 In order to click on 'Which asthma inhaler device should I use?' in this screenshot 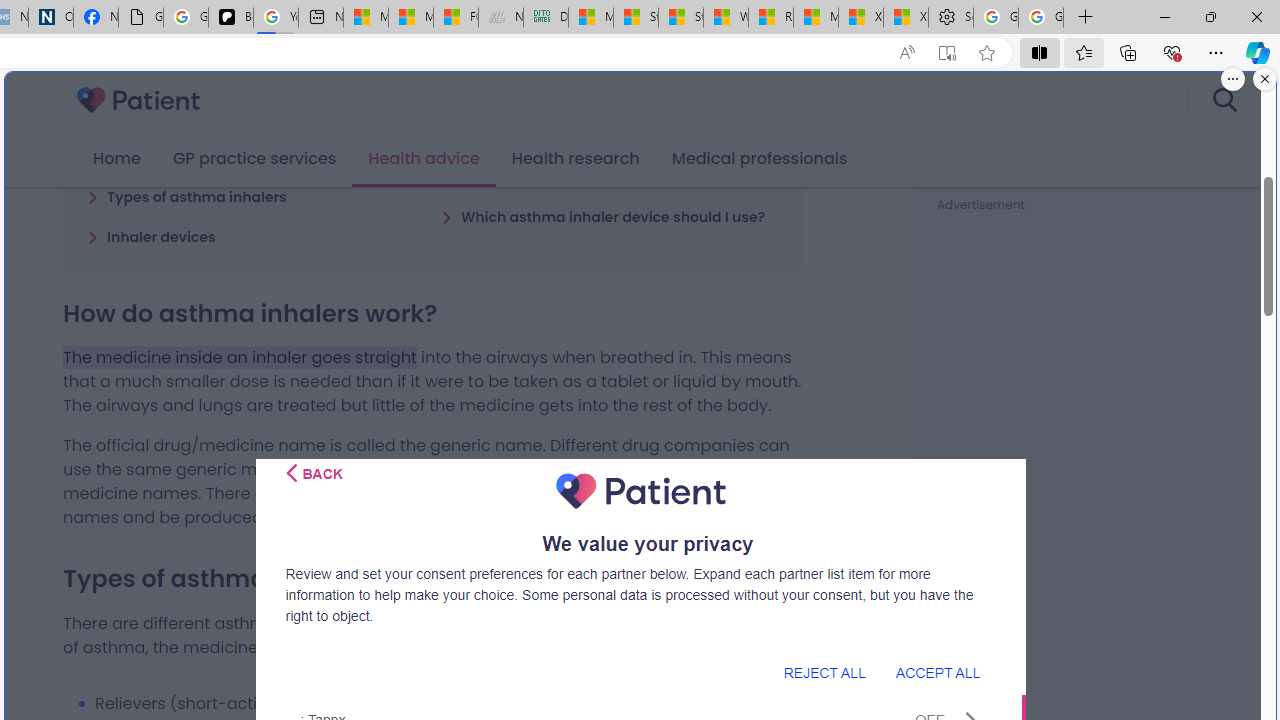, I will do `click(602, 217)`.